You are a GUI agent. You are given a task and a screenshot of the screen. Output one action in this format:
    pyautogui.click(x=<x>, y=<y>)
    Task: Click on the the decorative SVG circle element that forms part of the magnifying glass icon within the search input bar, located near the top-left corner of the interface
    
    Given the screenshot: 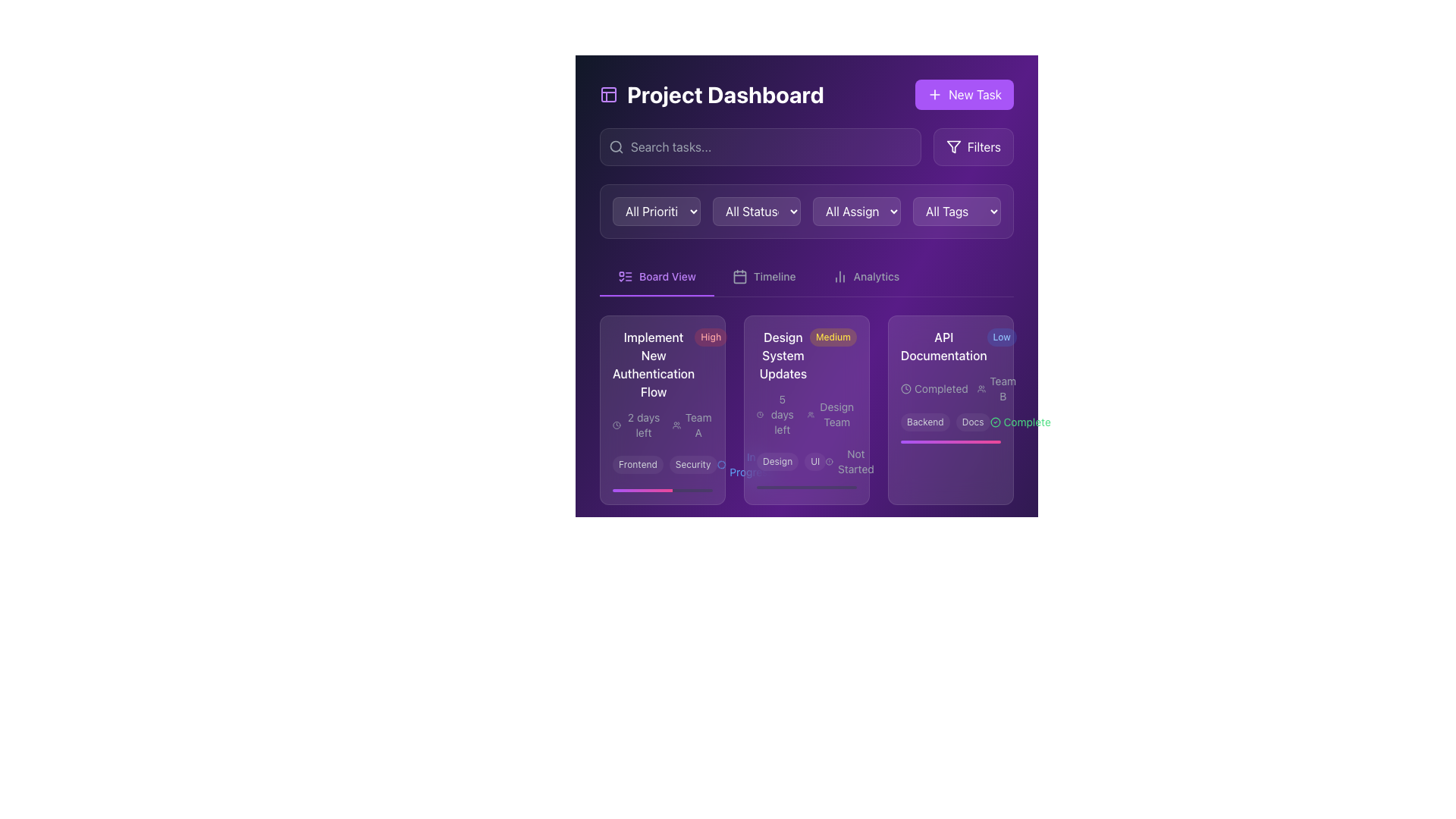 What is the action you would take?
    pyautogui.click(x=616, y=146)
    